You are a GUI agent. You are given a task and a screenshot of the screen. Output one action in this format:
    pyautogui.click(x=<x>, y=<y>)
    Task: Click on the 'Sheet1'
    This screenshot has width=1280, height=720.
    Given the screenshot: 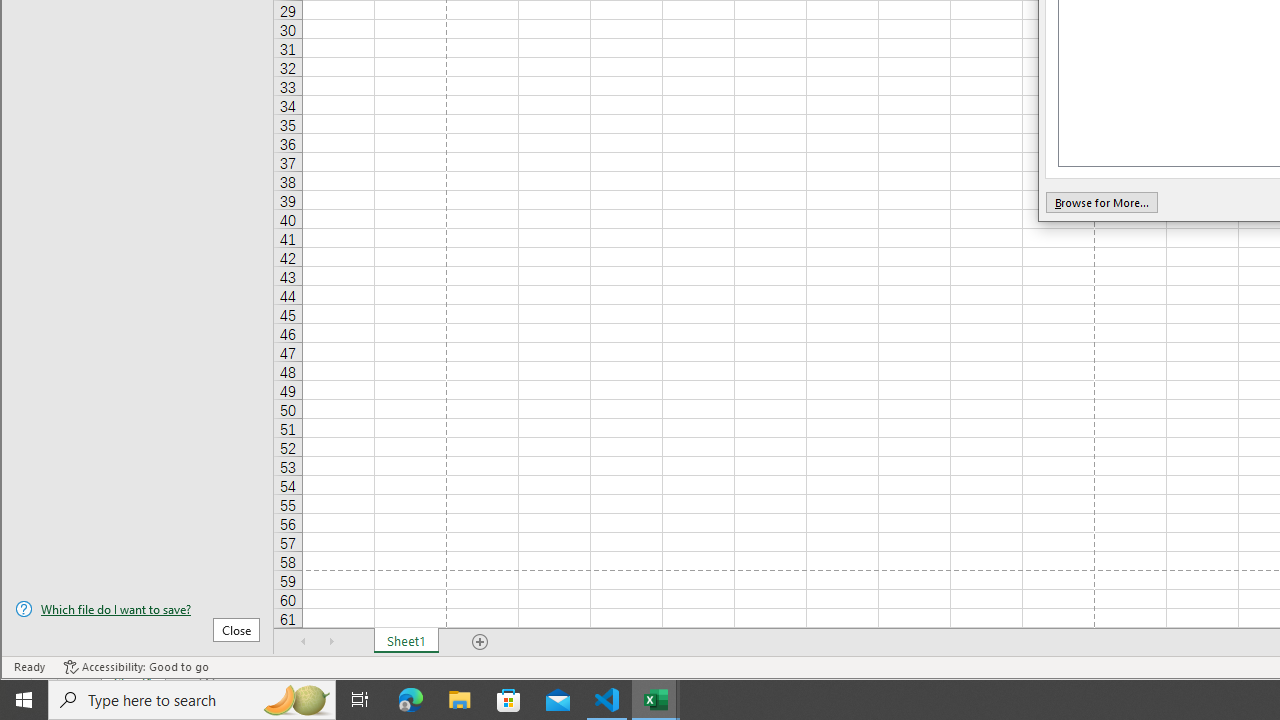 What is the action you would take?
    pyautogui.click(x=405, y=641)
    